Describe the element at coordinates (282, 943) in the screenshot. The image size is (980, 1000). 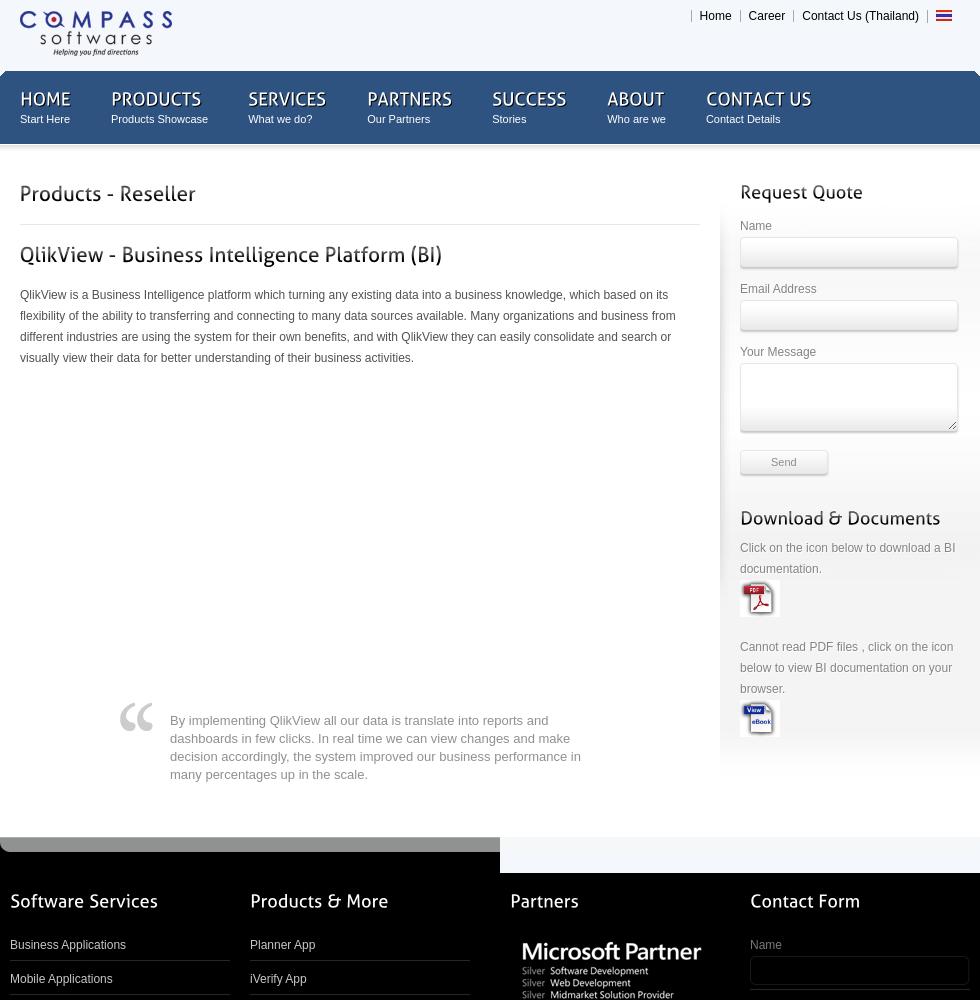
I see `'Planner App'` at that location.